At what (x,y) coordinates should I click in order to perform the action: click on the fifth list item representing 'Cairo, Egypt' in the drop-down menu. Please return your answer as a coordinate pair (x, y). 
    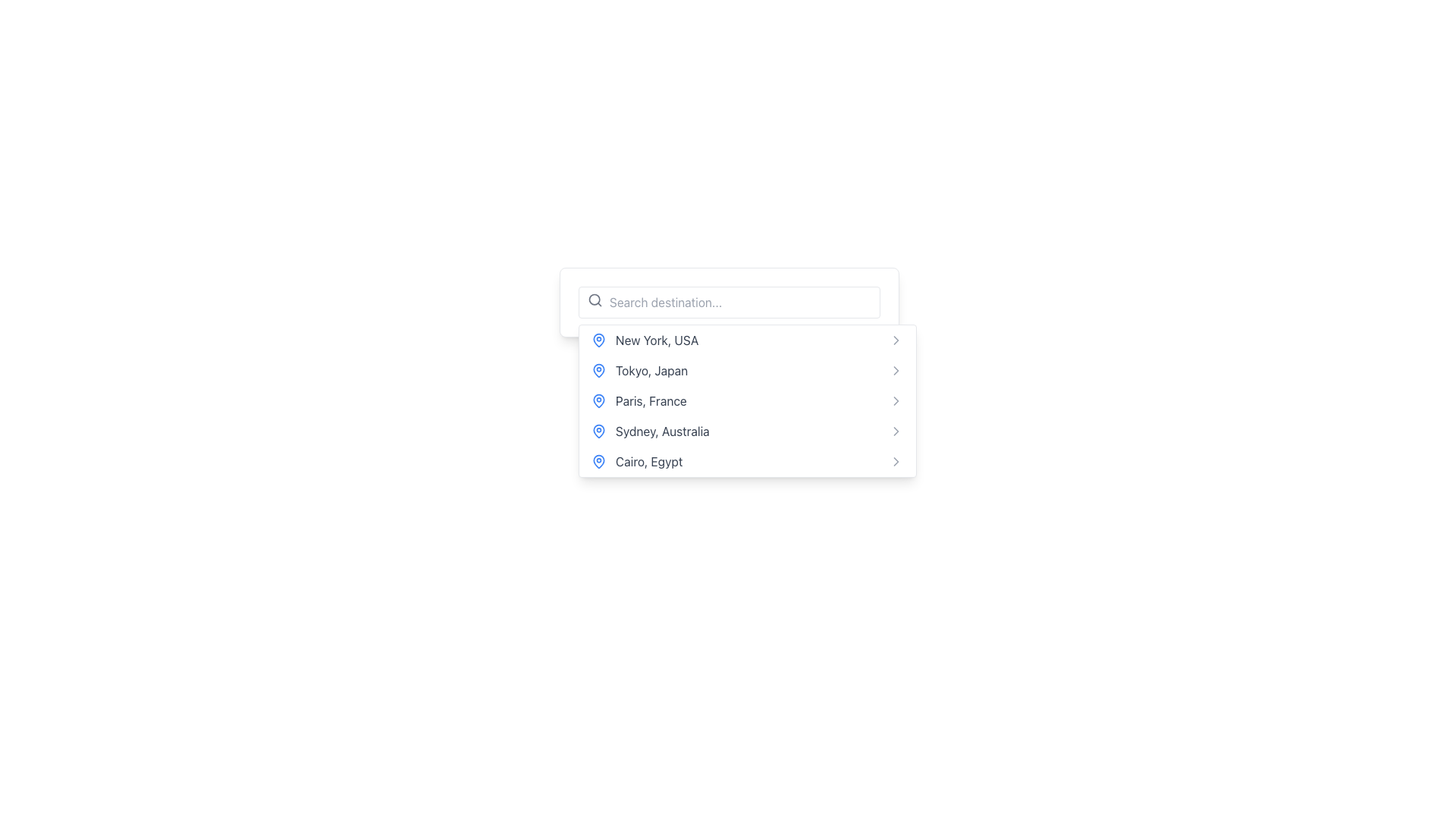
    Looking at the image, I should click on (747, 461).